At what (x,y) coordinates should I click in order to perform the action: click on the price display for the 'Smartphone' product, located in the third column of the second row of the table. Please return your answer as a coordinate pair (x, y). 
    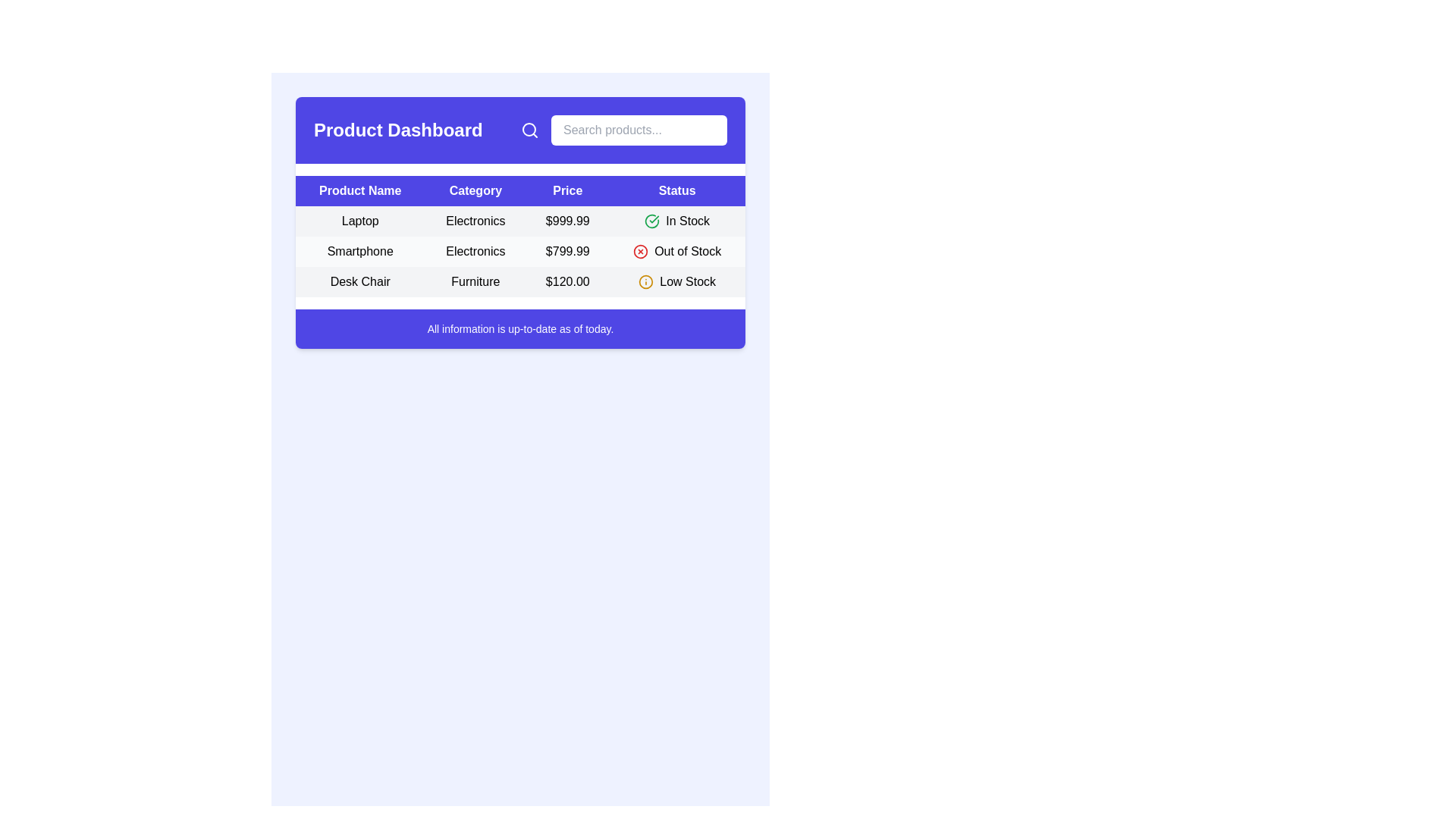
    Looking at the image, I should click on (566, 250).